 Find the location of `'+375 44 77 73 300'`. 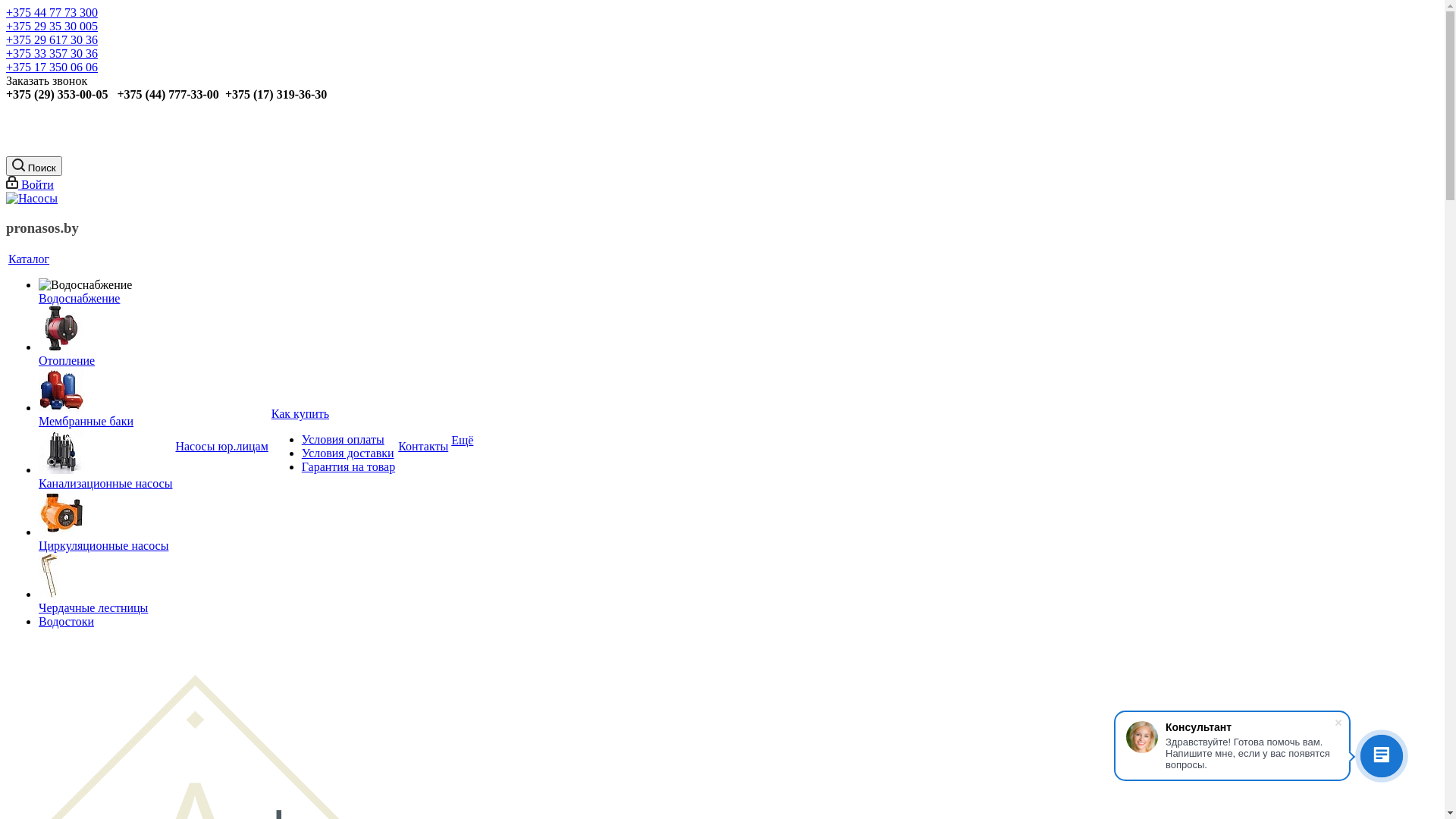

'+375 44 77 73 300' is located at coordinates (52, 12).